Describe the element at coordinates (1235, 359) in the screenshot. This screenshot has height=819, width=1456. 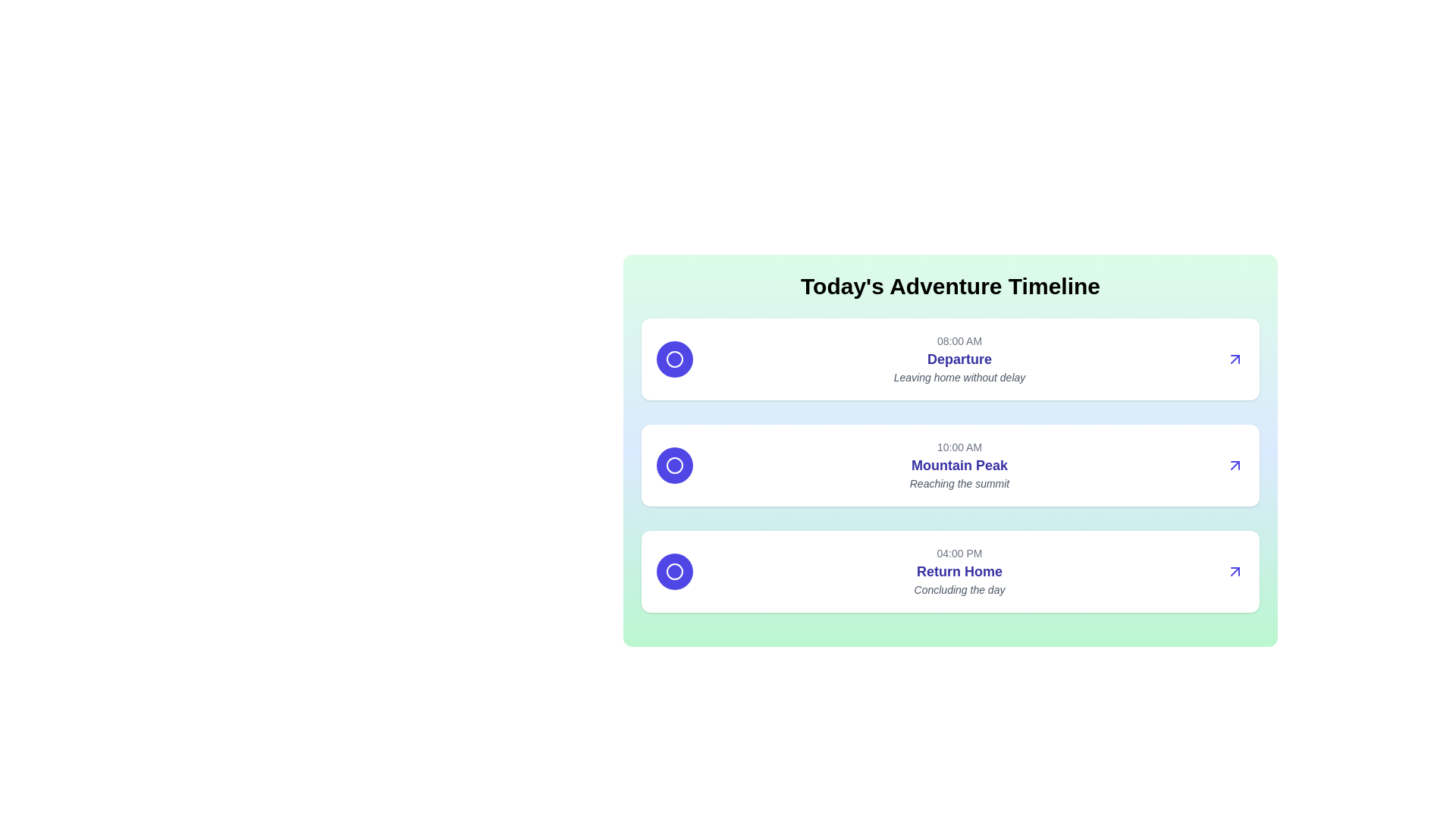
I see `the interactive icon located at the far-right edge of the 'Departure' section` at that location.